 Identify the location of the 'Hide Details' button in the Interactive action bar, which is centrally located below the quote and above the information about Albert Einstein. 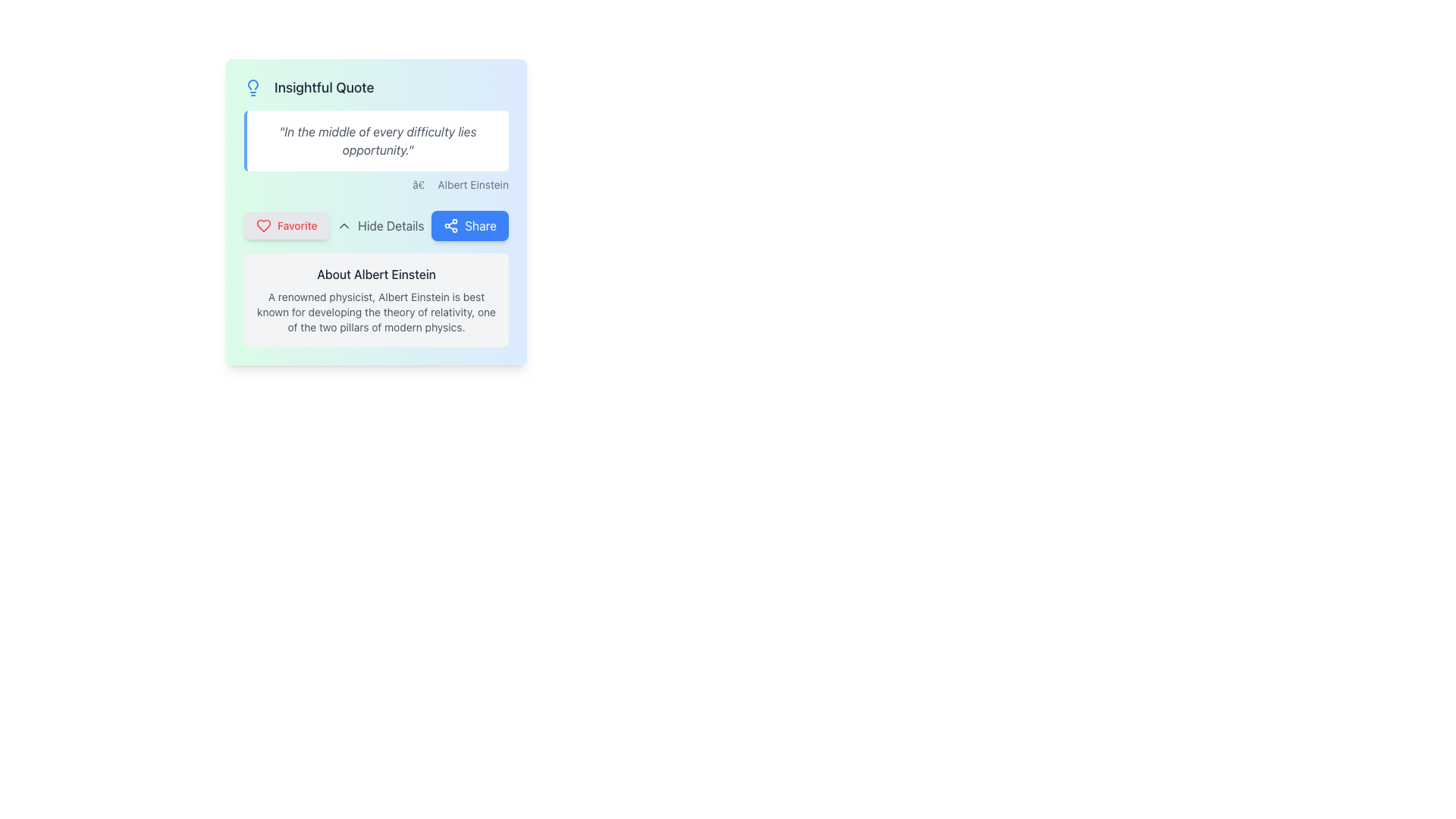
(376, 225).